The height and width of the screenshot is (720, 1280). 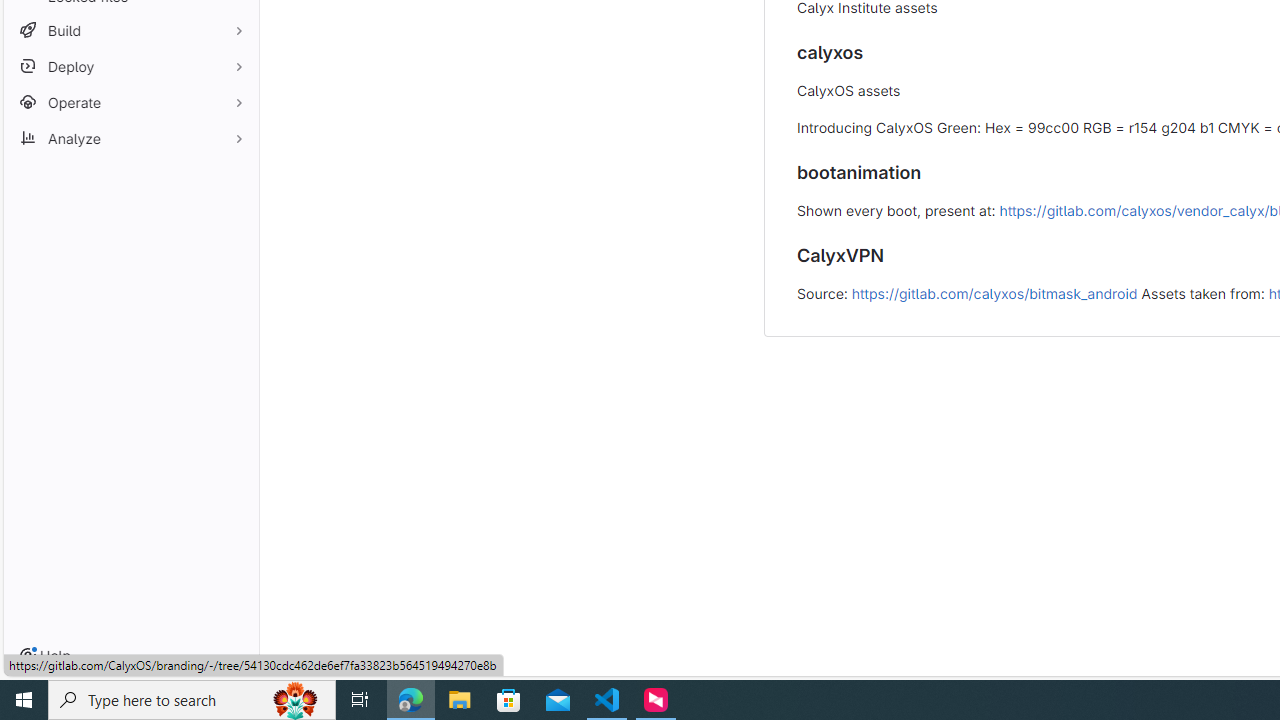 What do you see at coordinates (994, 292) in the screenshot?
I see `'https://gitlab.com/calyxos/bitmask_android'` at bounding box center [994, 292].